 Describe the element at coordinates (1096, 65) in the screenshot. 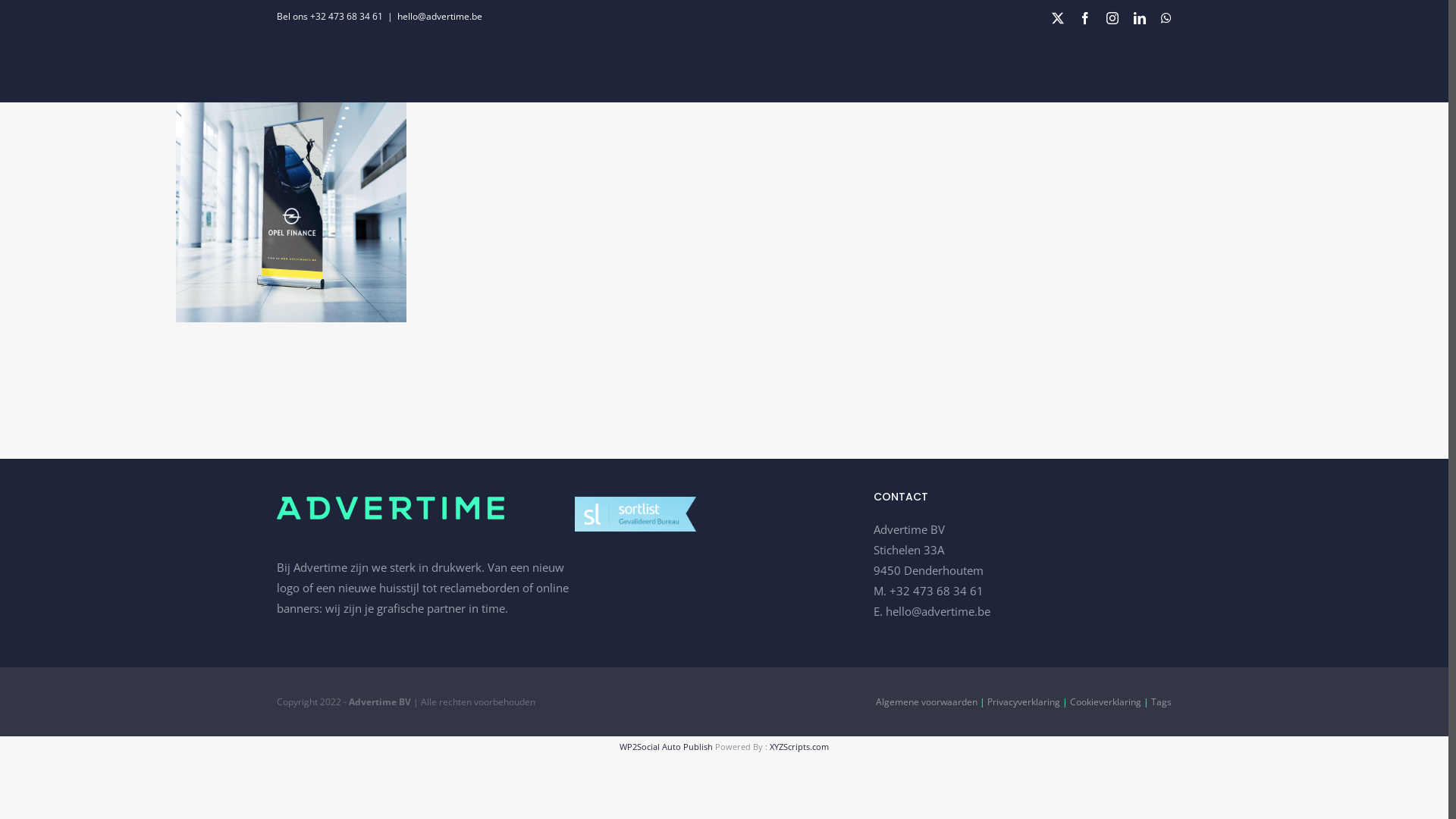

I see `'CONTACT'` at that location.